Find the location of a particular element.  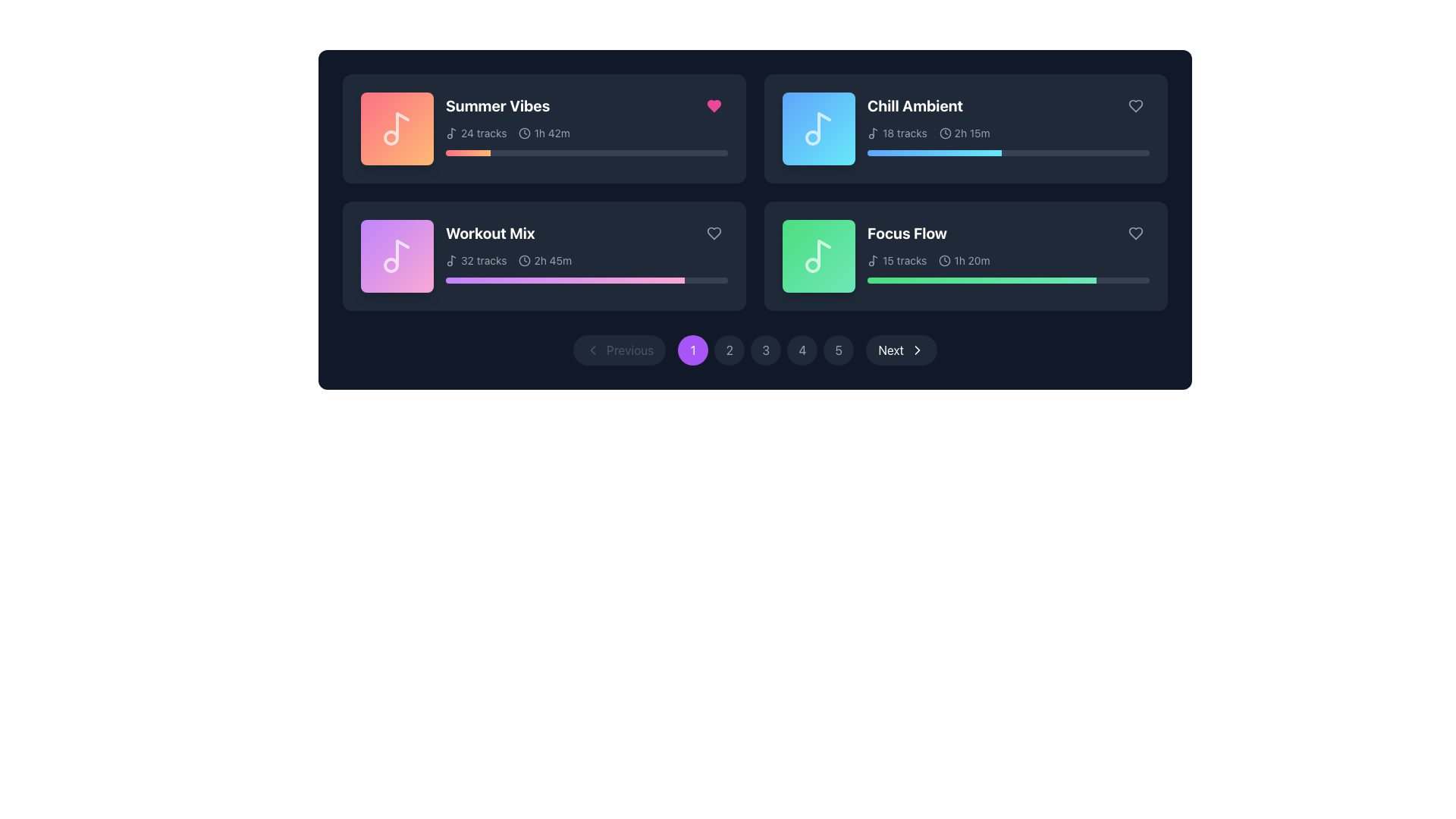

progress is located at coordinates (608, 281).